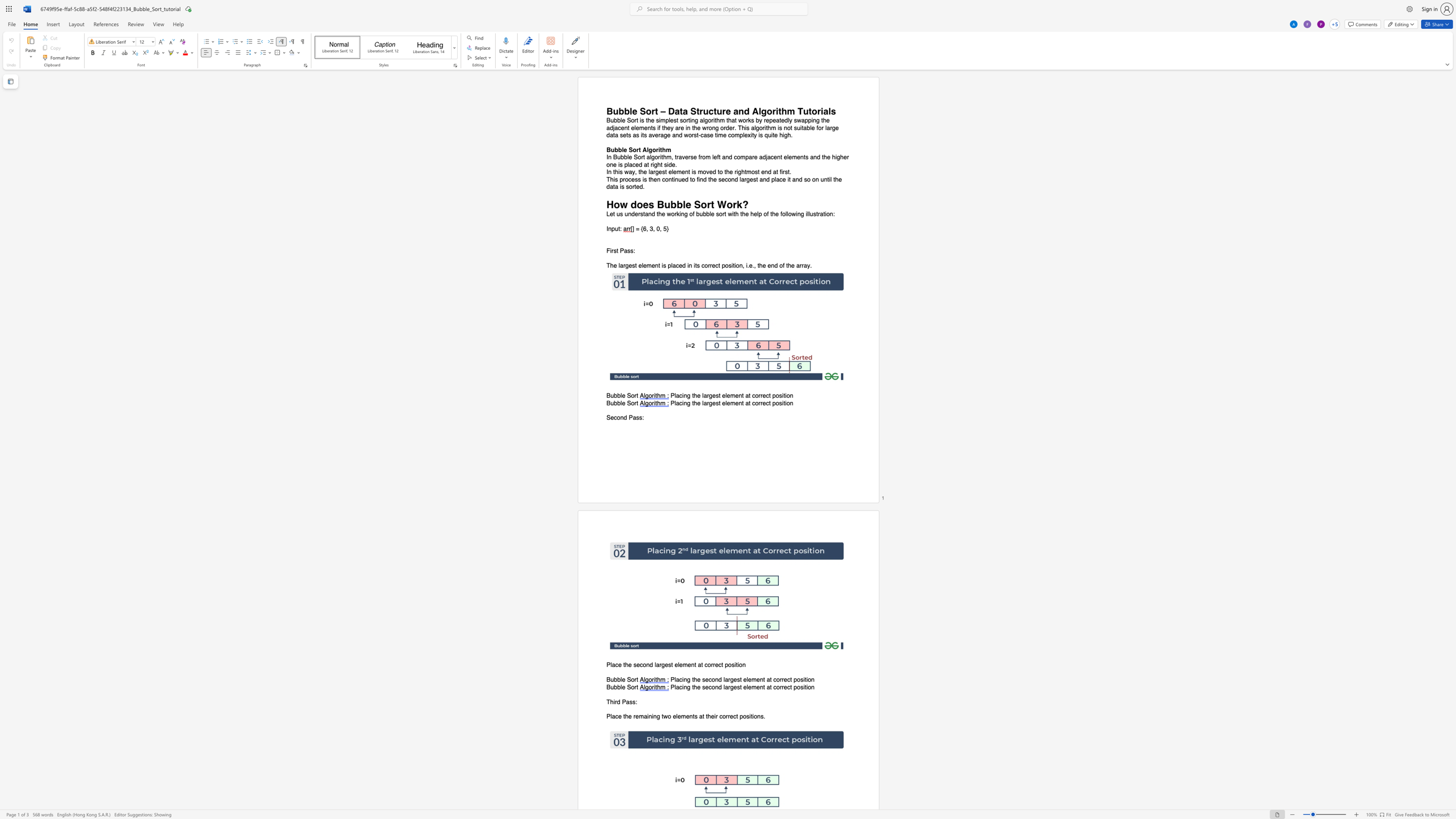 The image size is (1456, 819). Describe the element at coordinates (640, 717) in the screenshot. I see `the 1th character "m" in the text` at that location.